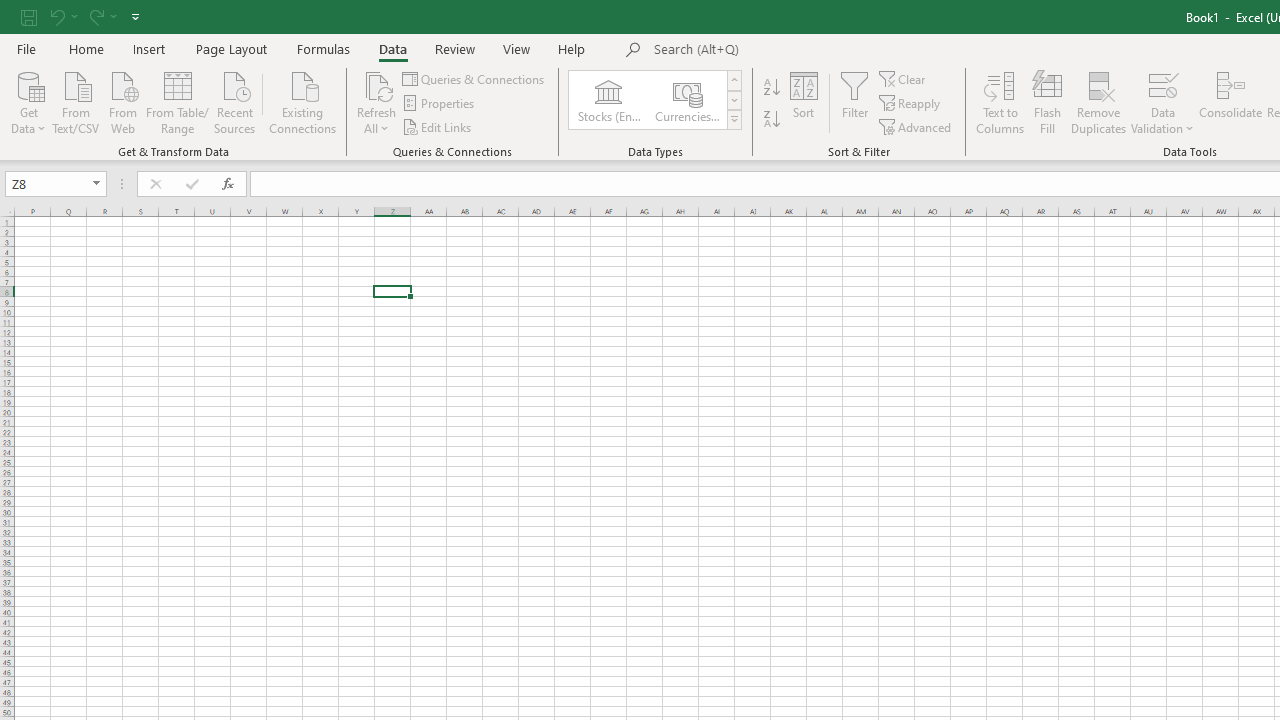  I want to click on 'Stocks (English)', so click(607, 100).